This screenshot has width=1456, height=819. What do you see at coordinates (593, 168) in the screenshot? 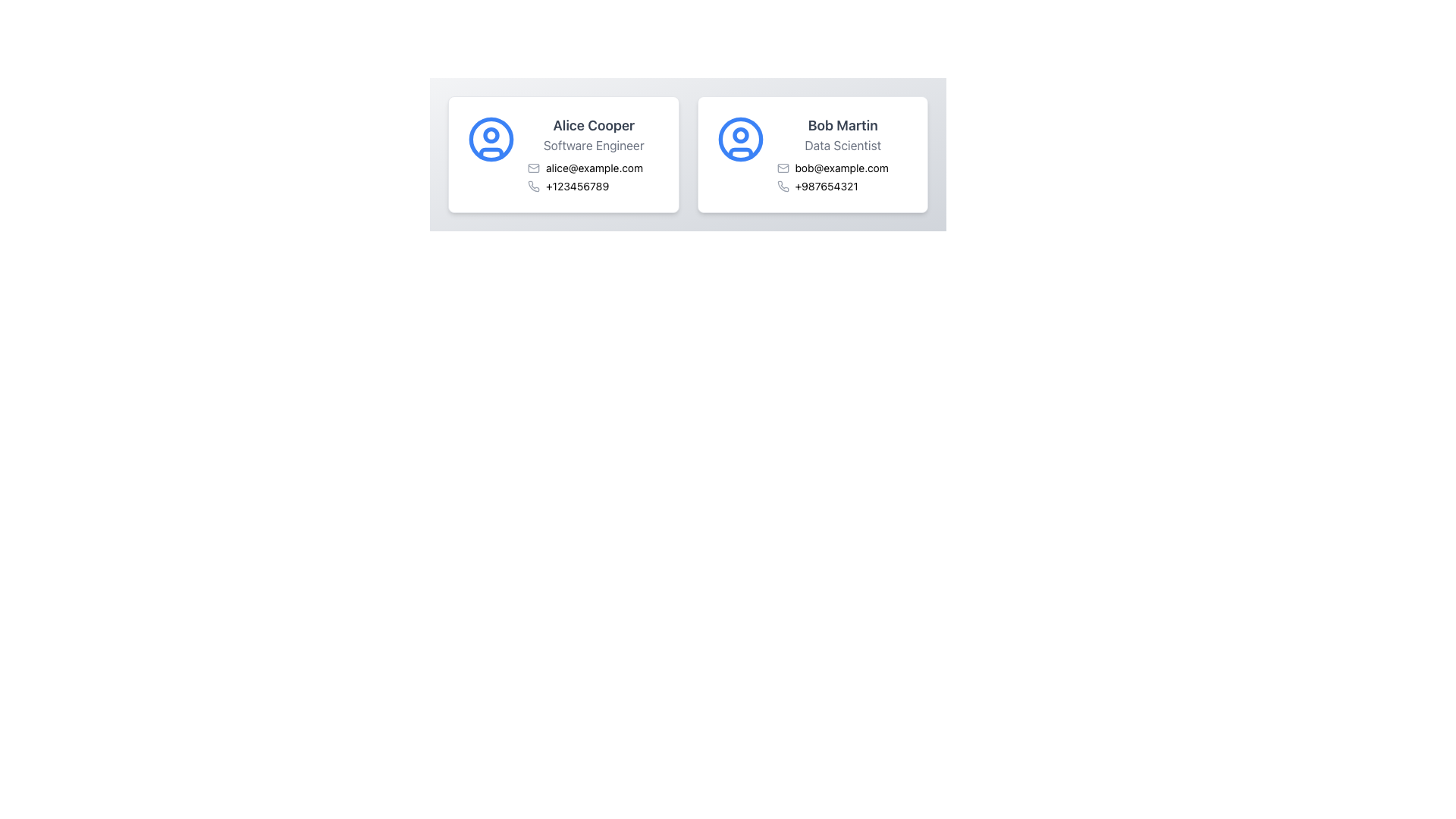
I see `the email hyperlink displaying Alice Cooper's email address` at bounding box center [593, 168].